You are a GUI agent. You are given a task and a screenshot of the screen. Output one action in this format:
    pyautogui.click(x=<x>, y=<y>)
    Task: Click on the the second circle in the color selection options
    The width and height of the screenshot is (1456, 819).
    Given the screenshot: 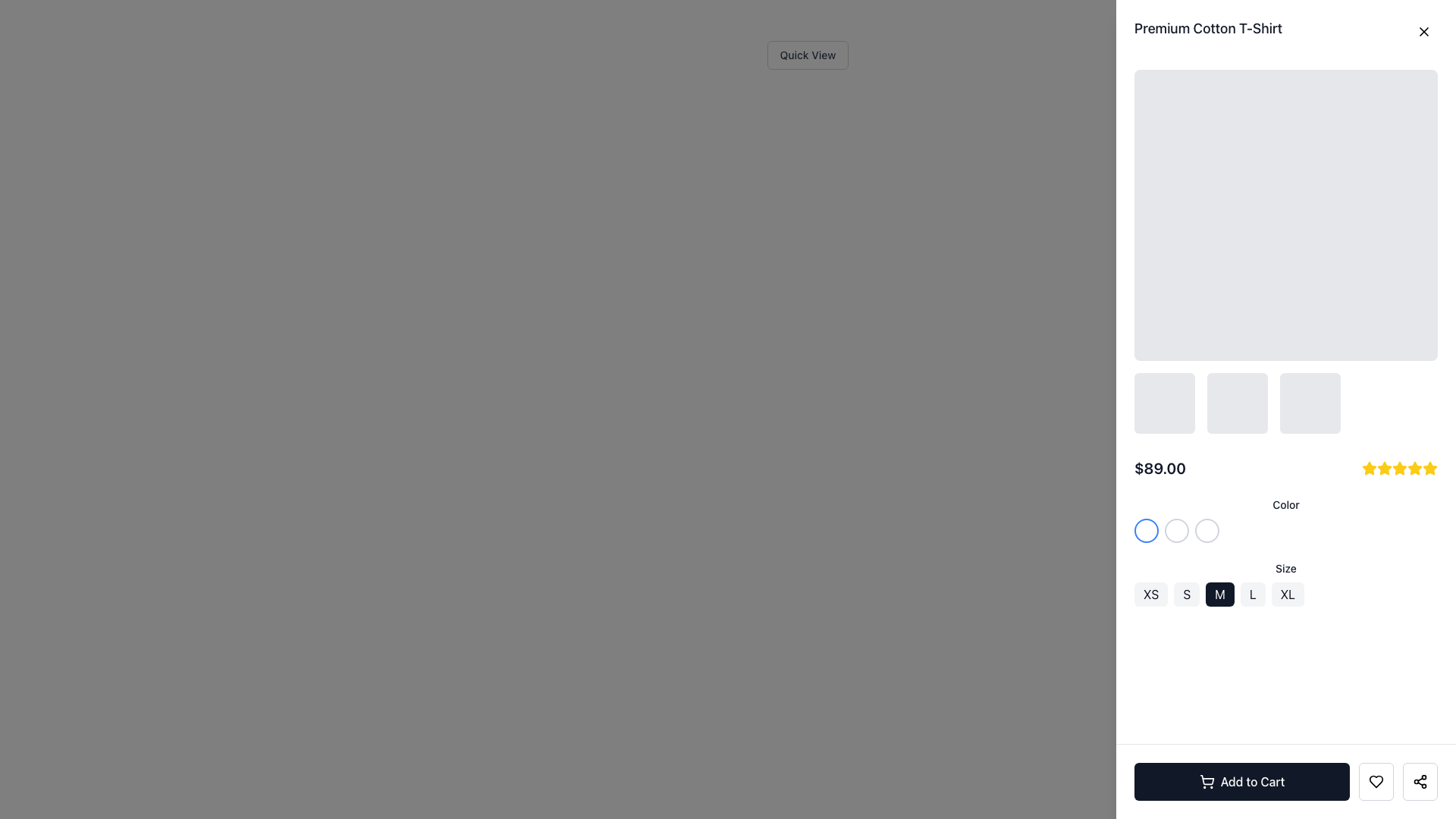 What is the action you would take?
    pyautogui.click(x=1175, y=529)
    